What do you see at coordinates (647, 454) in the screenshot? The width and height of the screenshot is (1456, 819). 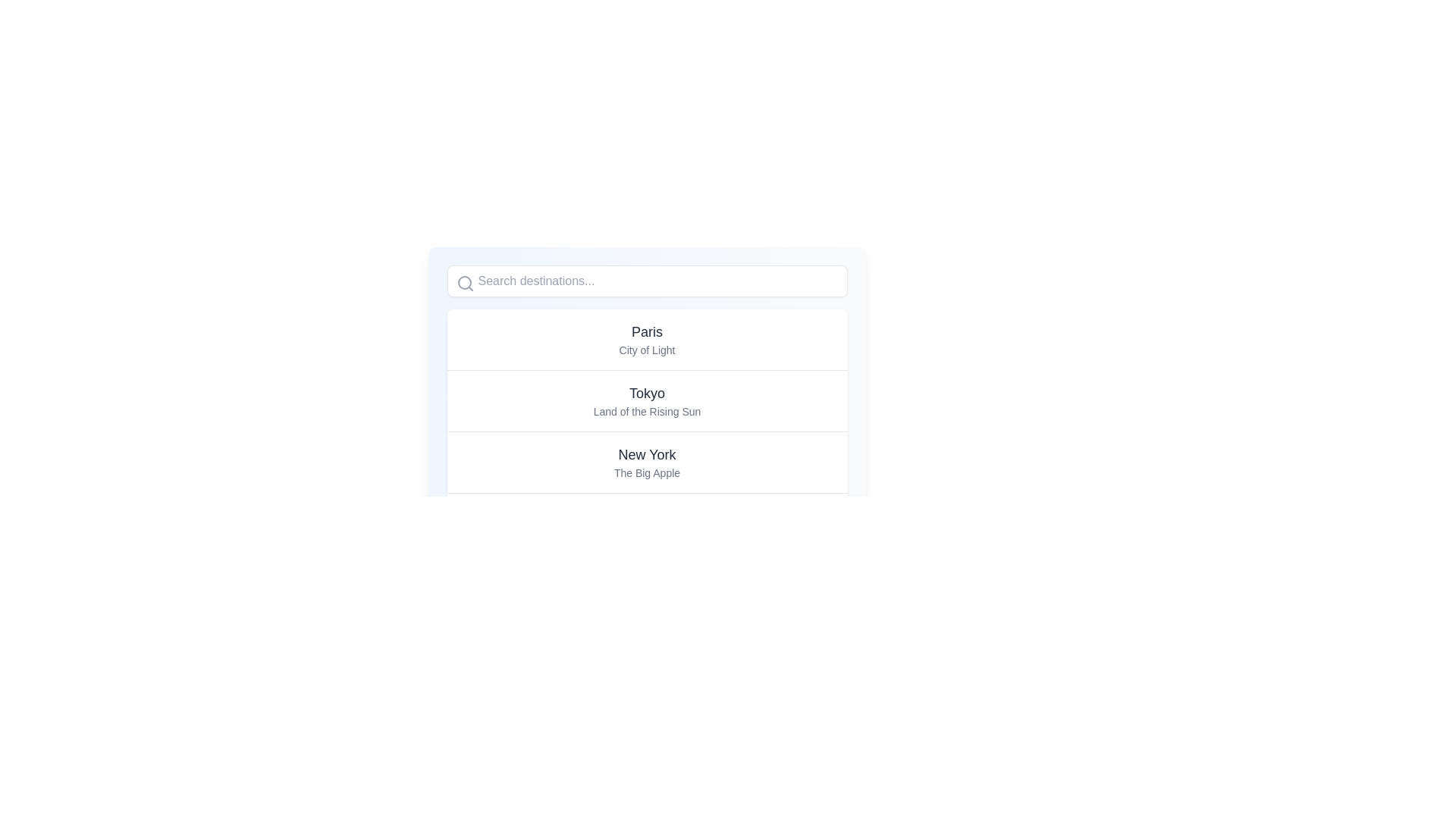 I see `the text element displaying 'New York' in a large, bold font, which is positioned above the smaller text 'The Big Apple'` at bounding box center [647, 454].